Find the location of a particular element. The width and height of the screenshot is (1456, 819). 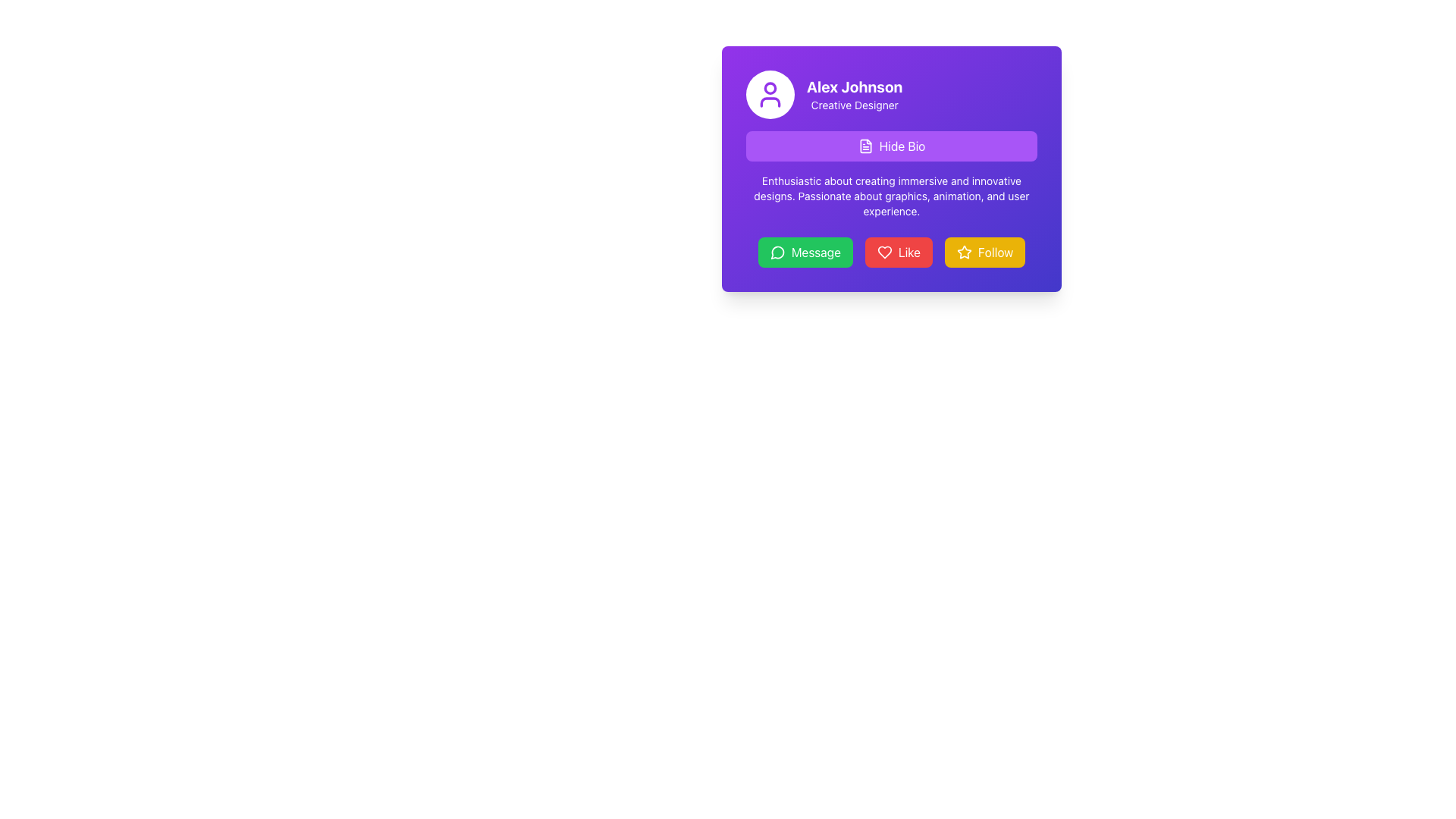

the messaging icon located within the green 'Message' button on the left side of the action buttons at the bottom of the user profile interface is located at coordinates (777, 251).